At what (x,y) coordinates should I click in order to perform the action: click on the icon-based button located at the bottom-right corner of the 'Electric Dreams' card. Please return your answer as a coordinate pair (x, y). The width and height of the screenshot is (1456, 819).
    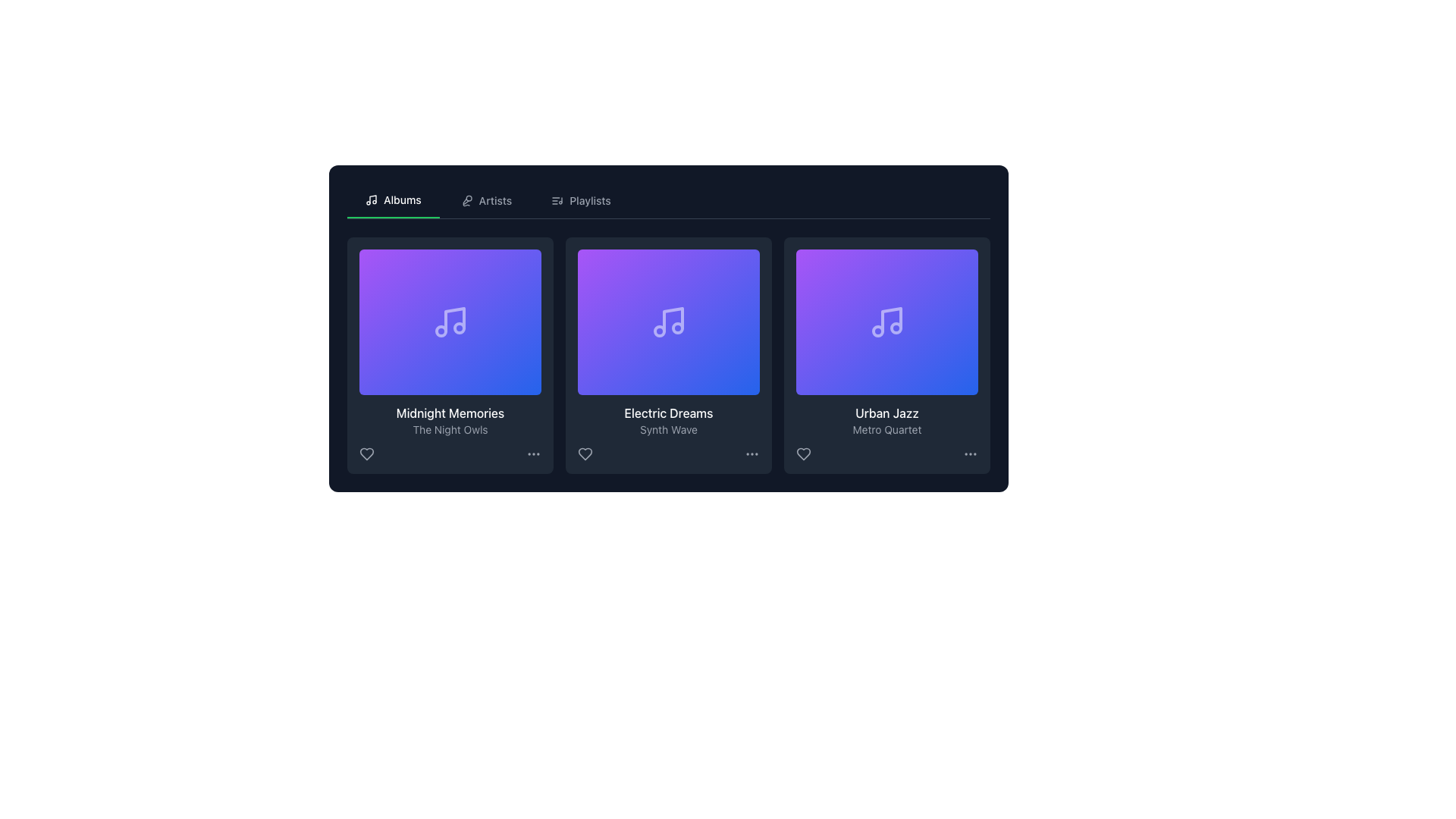
    Looking at the image, I should click on (752, 453).